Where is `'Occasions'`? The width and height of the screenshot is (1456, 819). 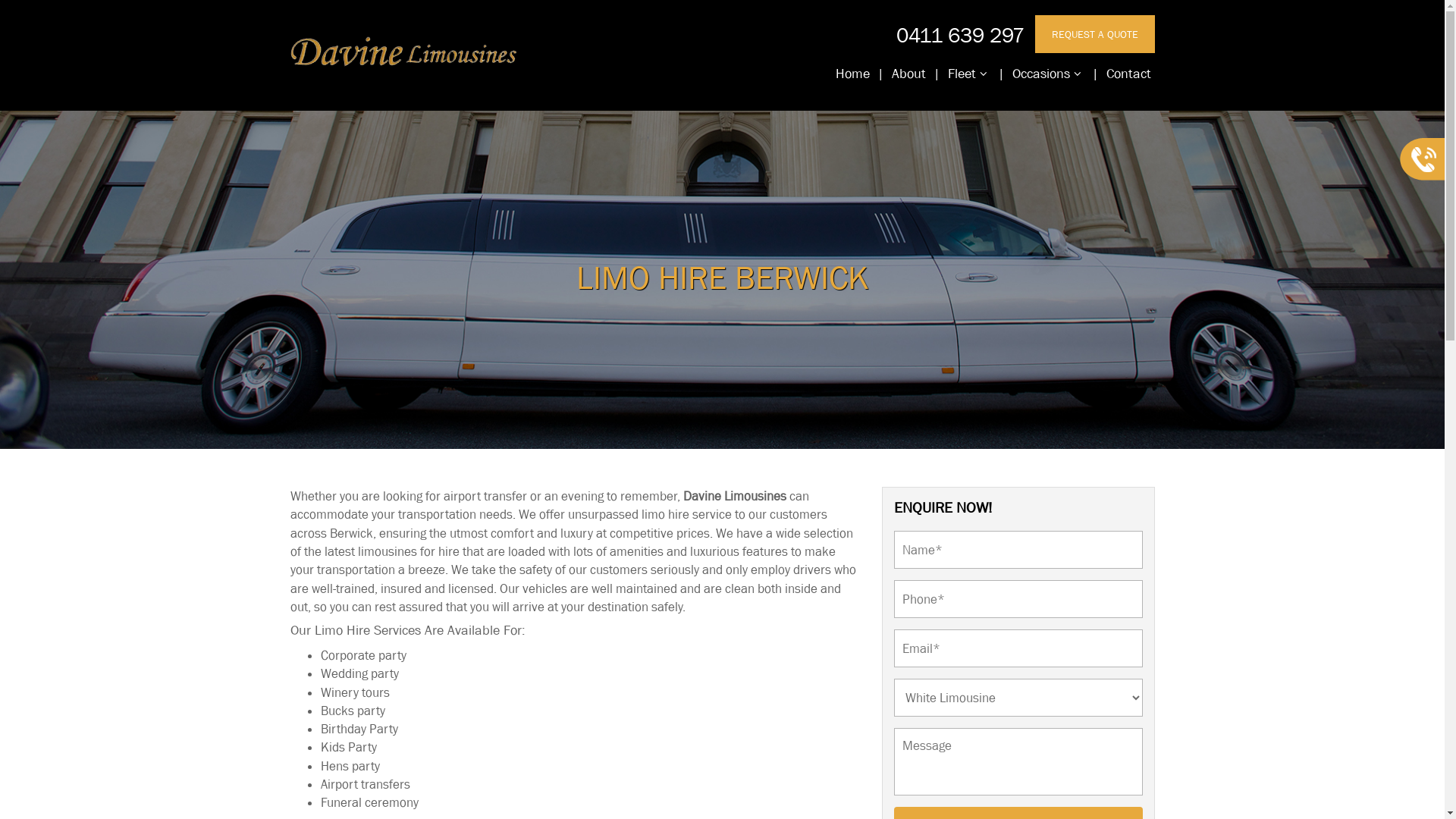 'Occasions' is located at coordinates (1008, 74).